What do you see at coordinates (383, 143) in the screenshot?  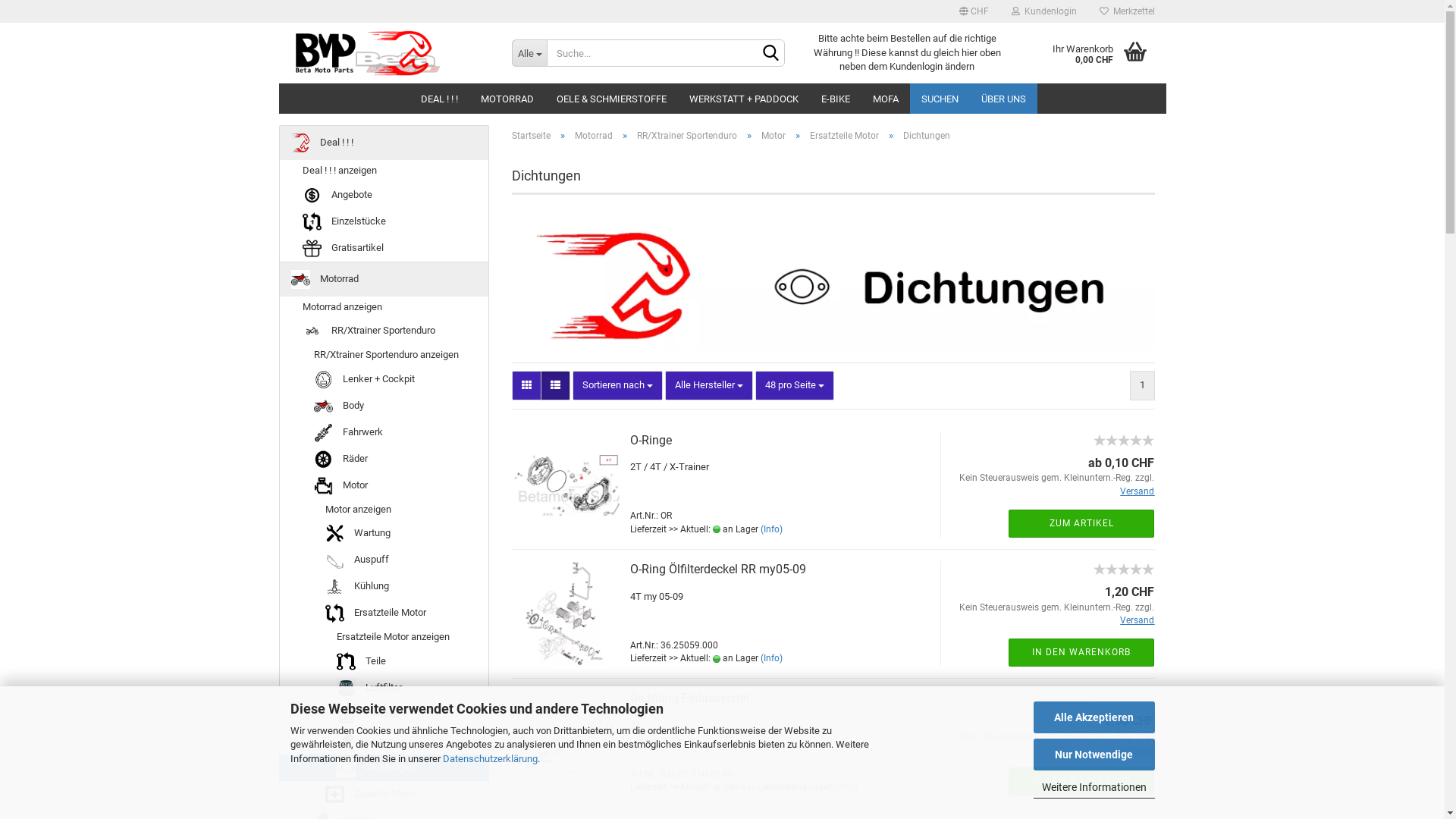 I see `'Deal ! ! !'` at bounding box center [383, 143].